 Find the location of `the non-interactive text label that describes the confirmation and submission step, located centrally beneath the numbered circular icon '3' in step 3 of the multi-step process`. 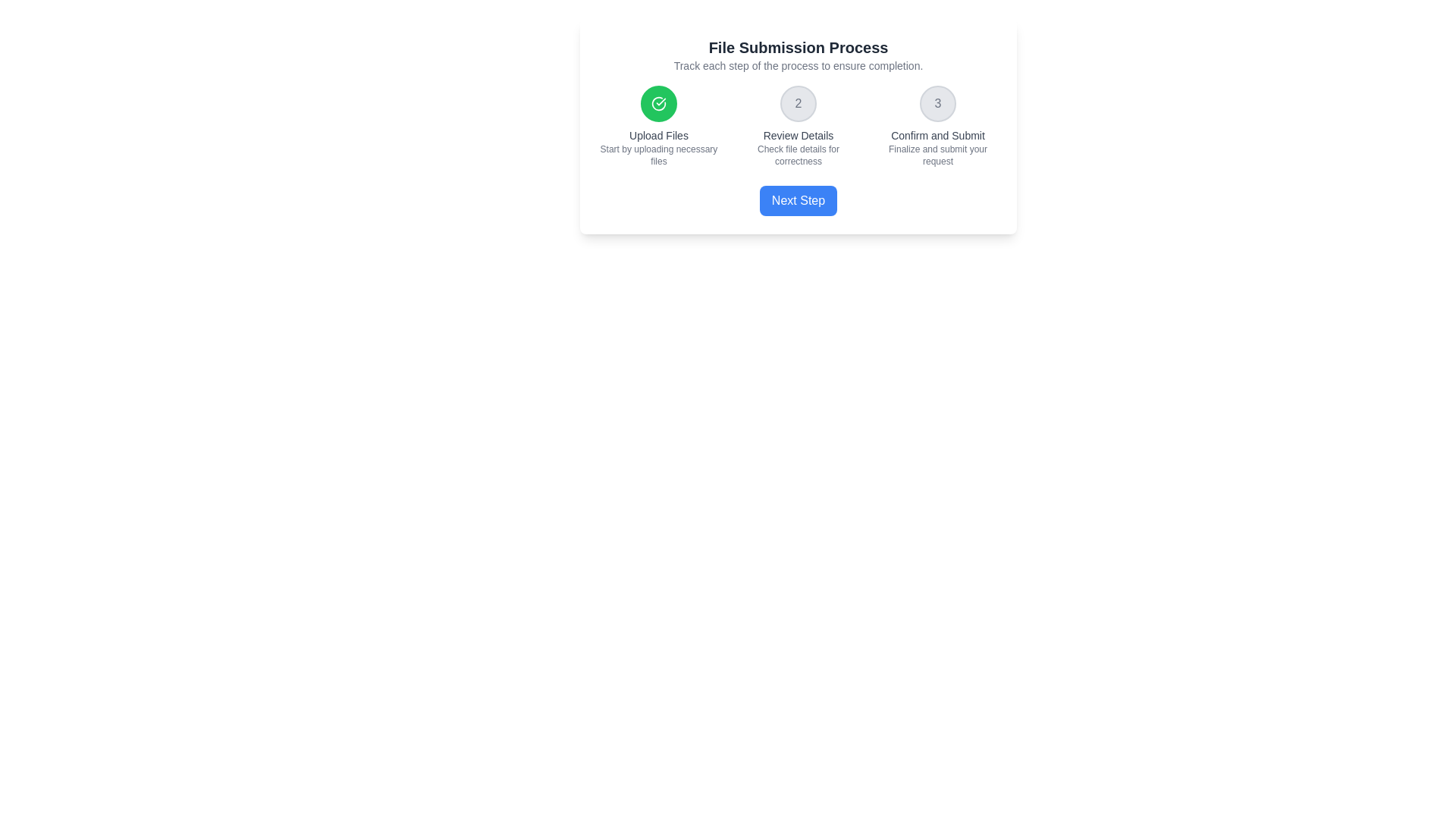

the non-interactive text label that describes the confirmation and submission step, located centrally beneath the numbered circular icon '3' in step 3 of the multi-step process is located at coordinates (937, 134).